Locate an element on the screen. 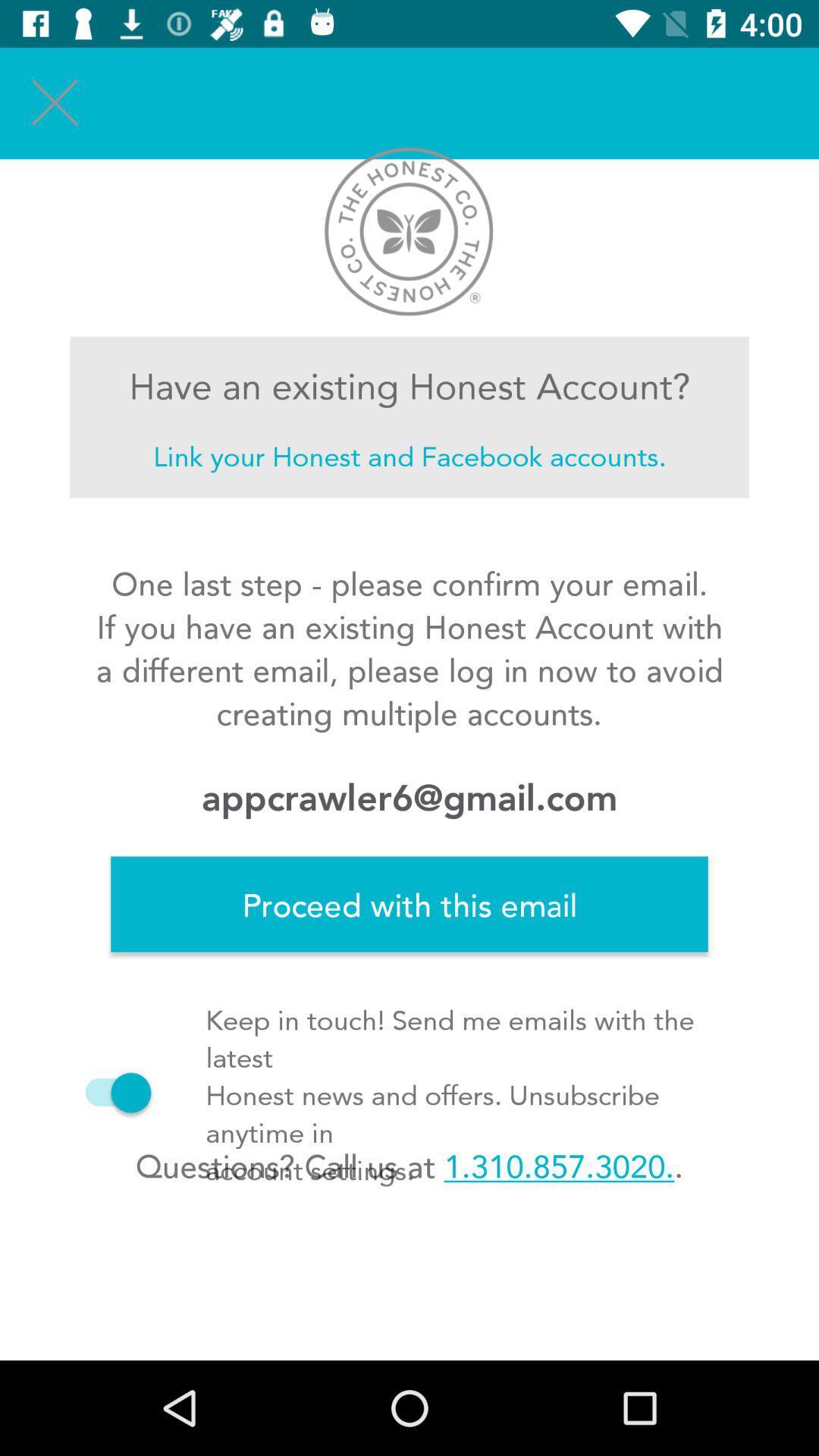 The height and width of the screenshot is (1456, 819). the item above the have an existing icon is located at coordinates (55, 102).